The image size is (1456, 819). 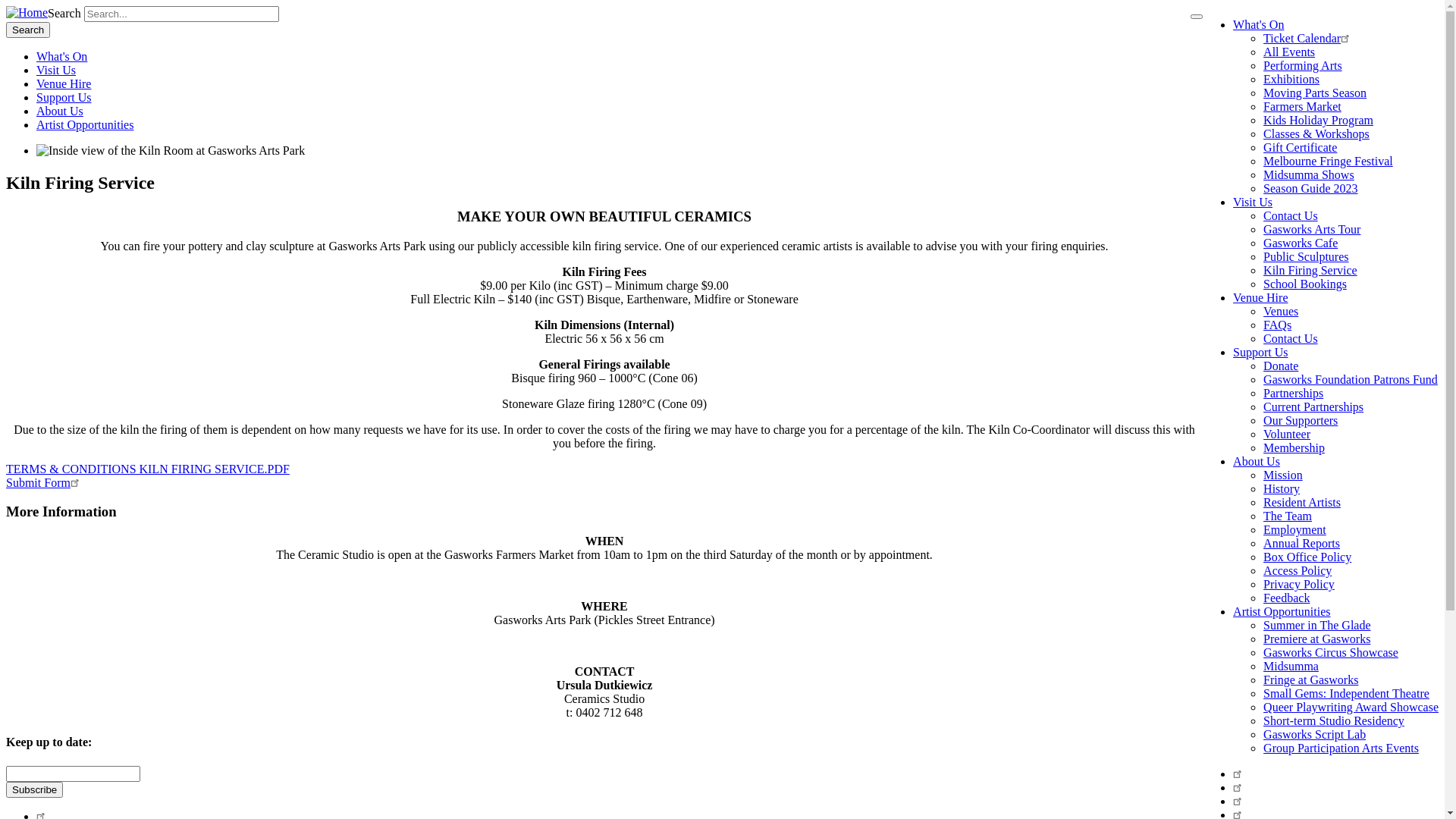 I want to click on 'Public Sculptures', so click(x=1305, y=256).